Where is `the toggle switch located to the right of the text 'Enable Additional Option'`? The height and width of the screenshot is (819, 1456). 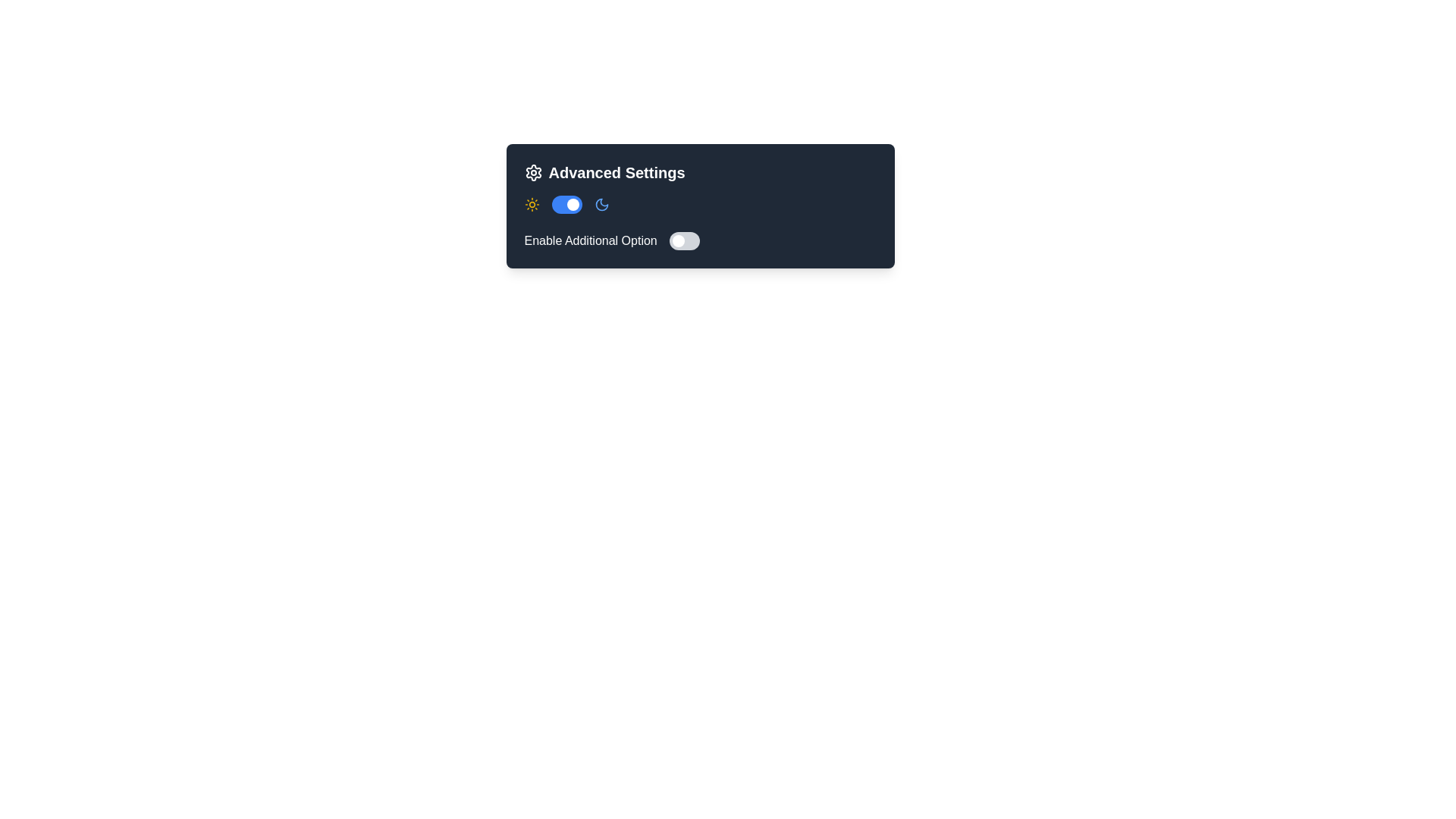
the toggle switch located to the right of the text 'Enable Additional Option' is located at coordinates (683, 240).